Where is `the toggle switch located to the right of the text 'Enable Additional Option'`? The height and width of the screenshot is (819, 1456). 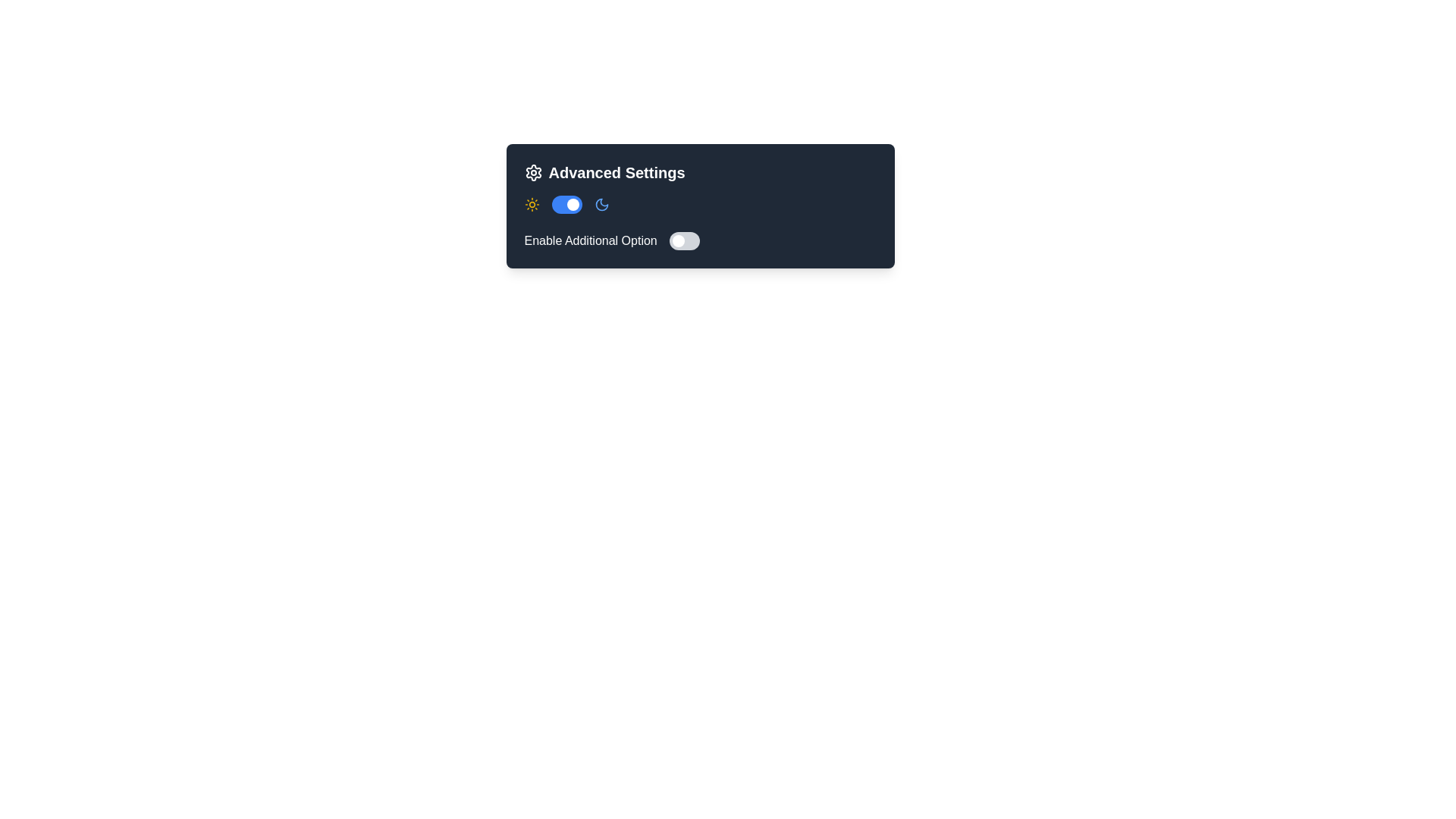
the toggle switch located to the right of the text 'Enable Additional Option' is located at coordinates (683, 240).